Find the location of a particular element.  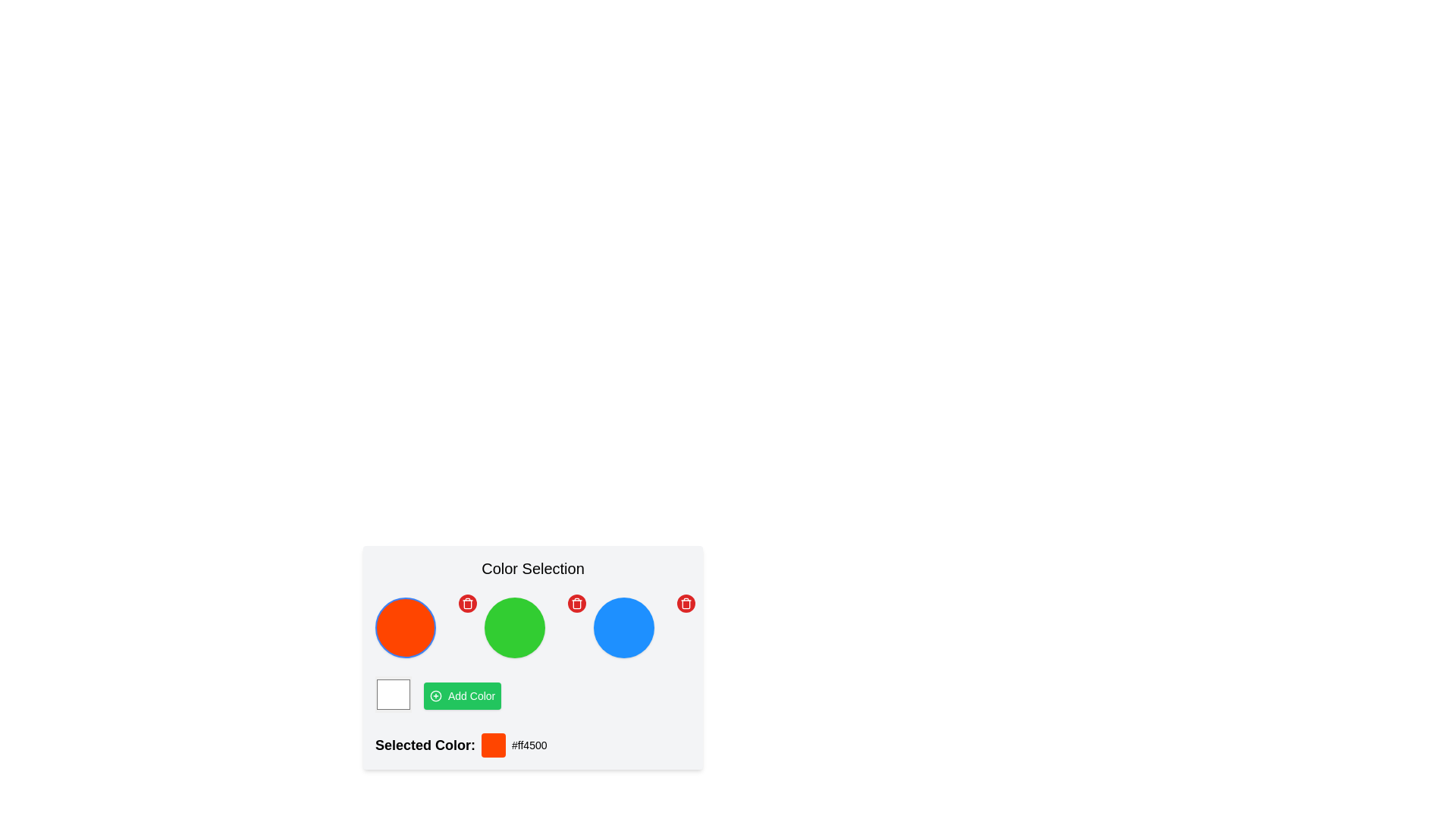

the delete button located in the top-right corner of the blue circular color selector is located at coordinates (686, 602).